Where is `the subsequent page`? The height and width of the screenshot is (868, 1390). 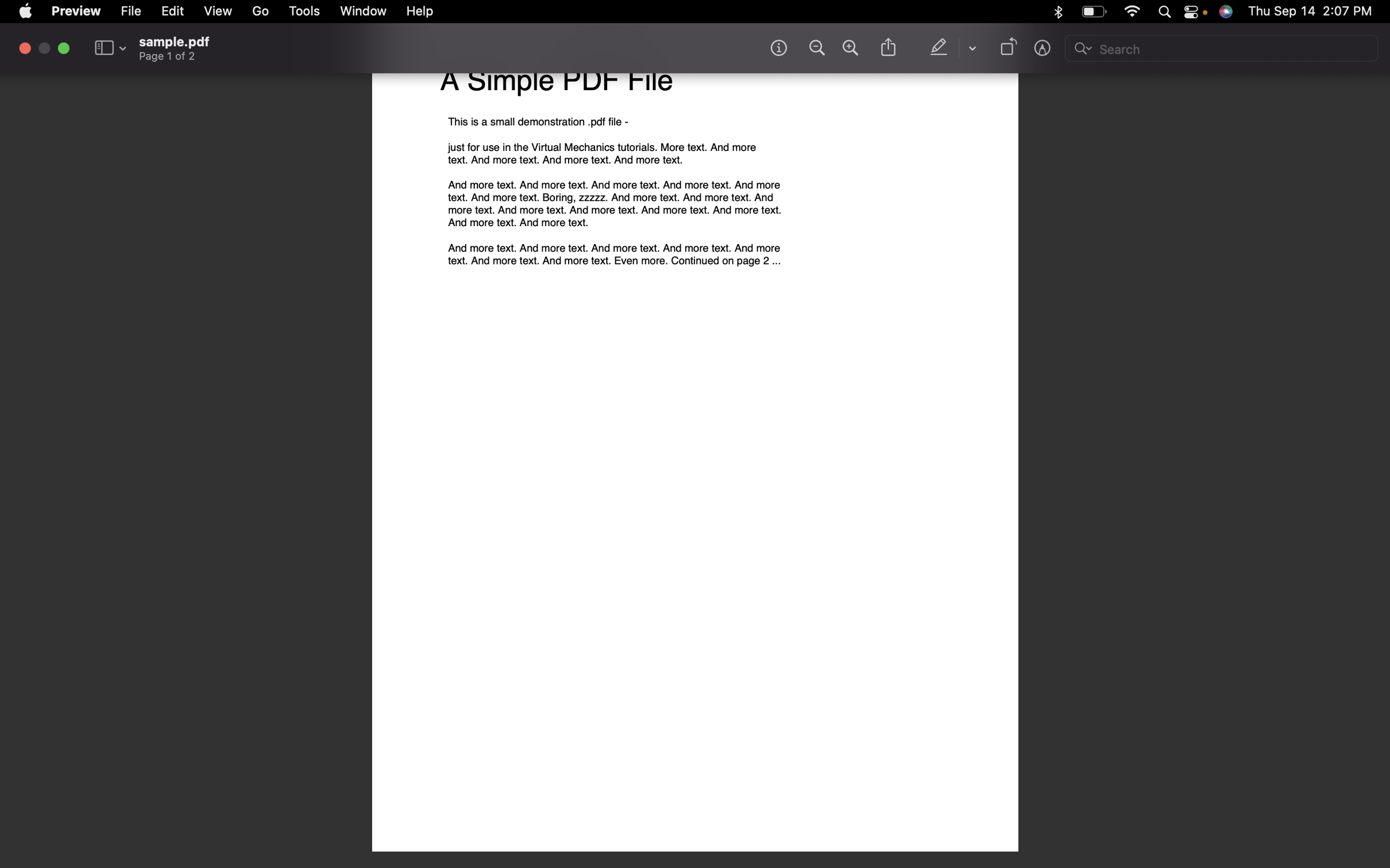
the subsequent page is located at coordinates (261, 13).